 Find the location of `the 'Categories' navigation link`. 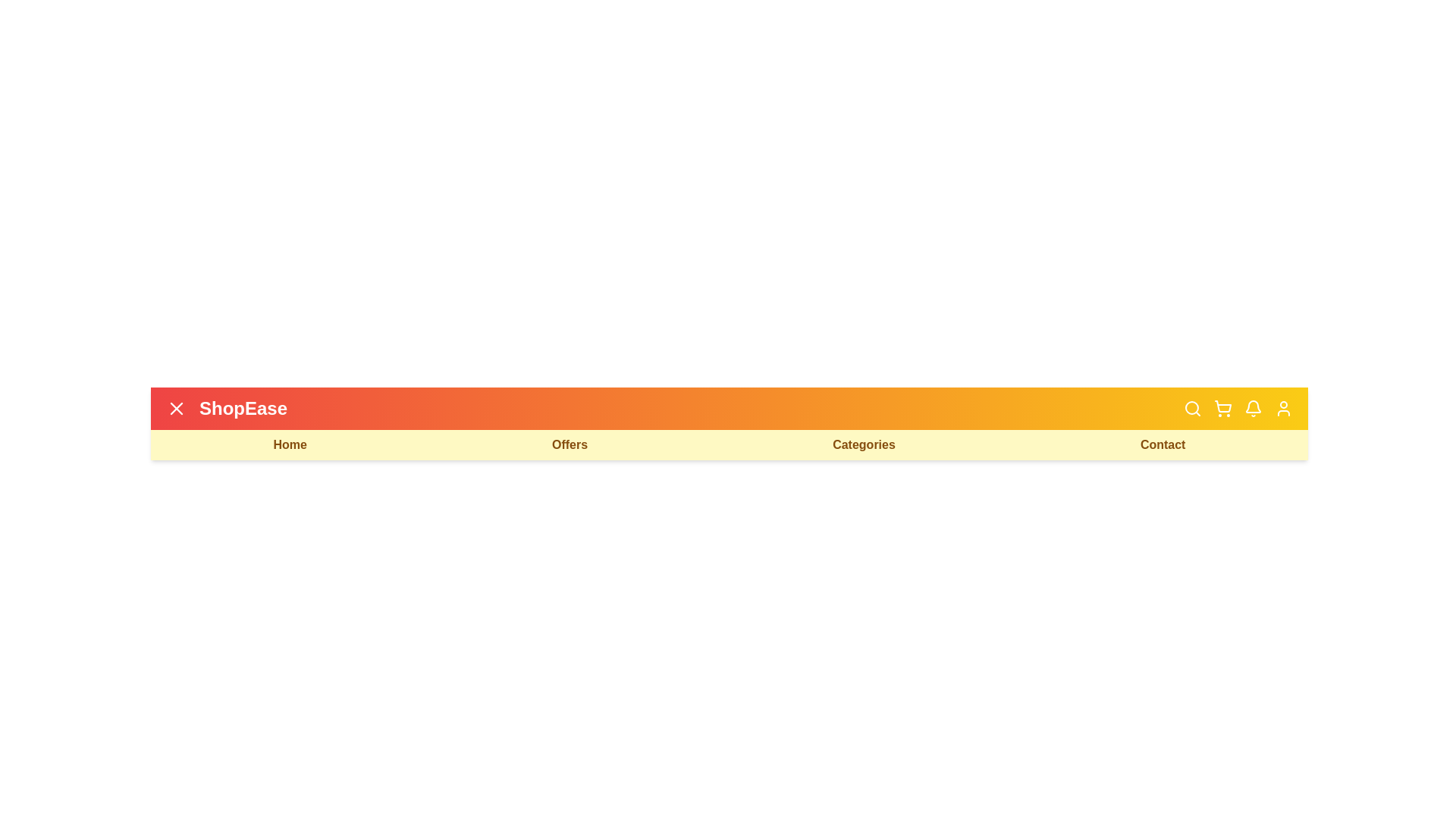

the 'Categories' navigation link is located at coordinates (863, 444).